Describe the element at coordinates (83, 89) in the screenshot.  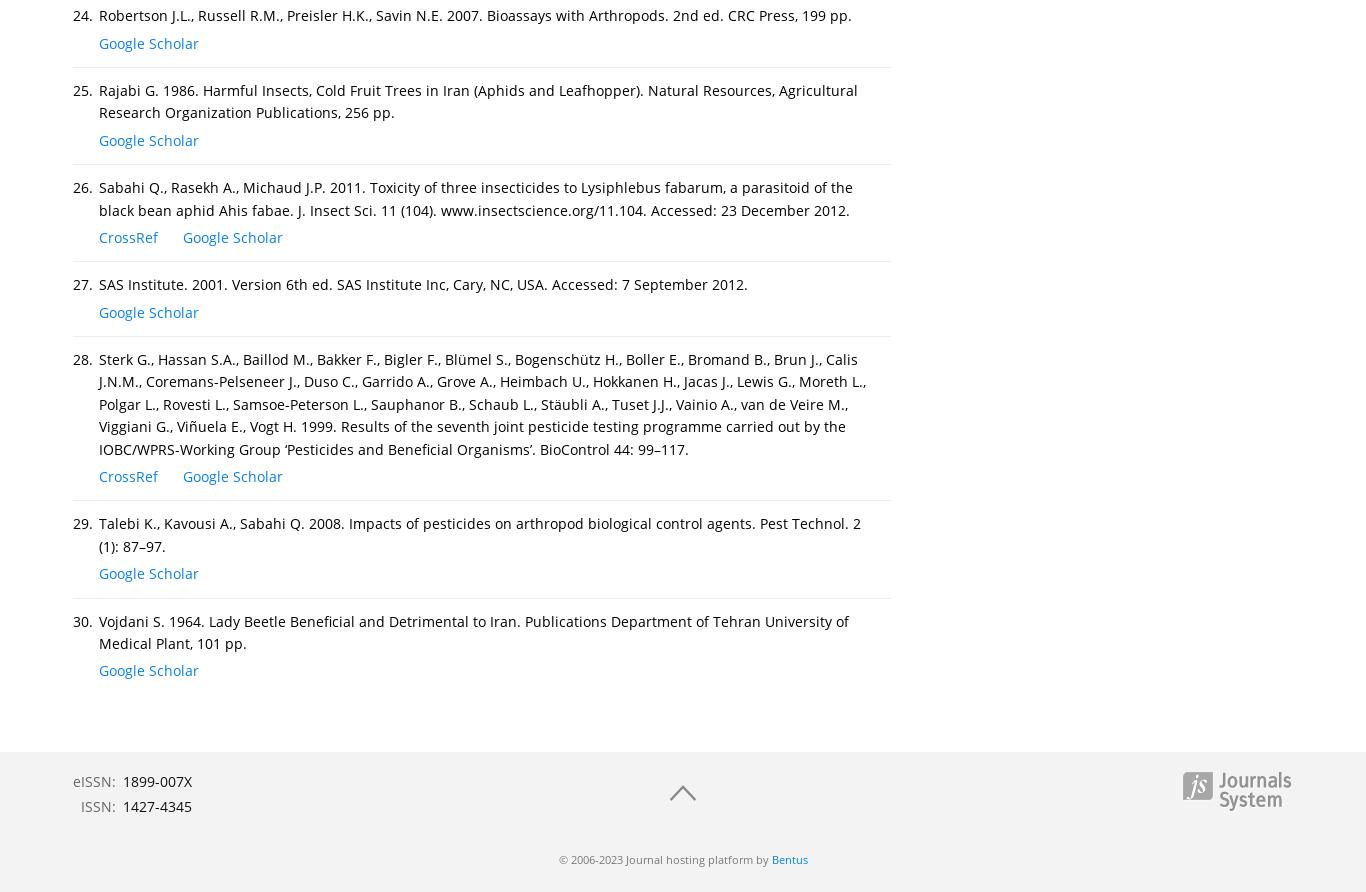
I see `'25.'` at that location.